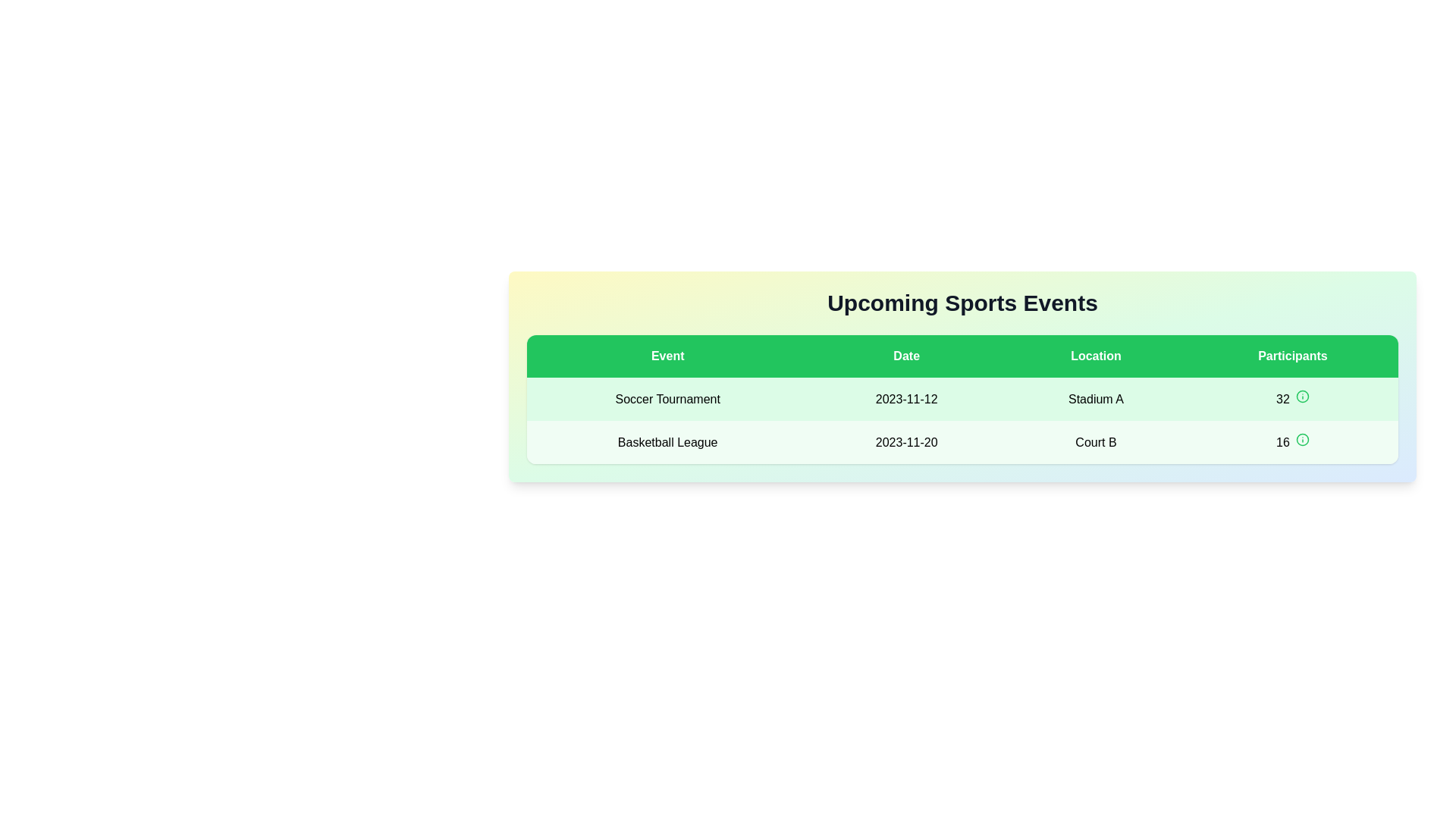  What do you see at coordinates (667, 442) in the screenshot?
I see `the text label displaying the title 'Basketball League', which is located in the second row and first column of the table, above '2023-11-20' and below 'Soccer Tournament'` at bounding box center [667, 442].